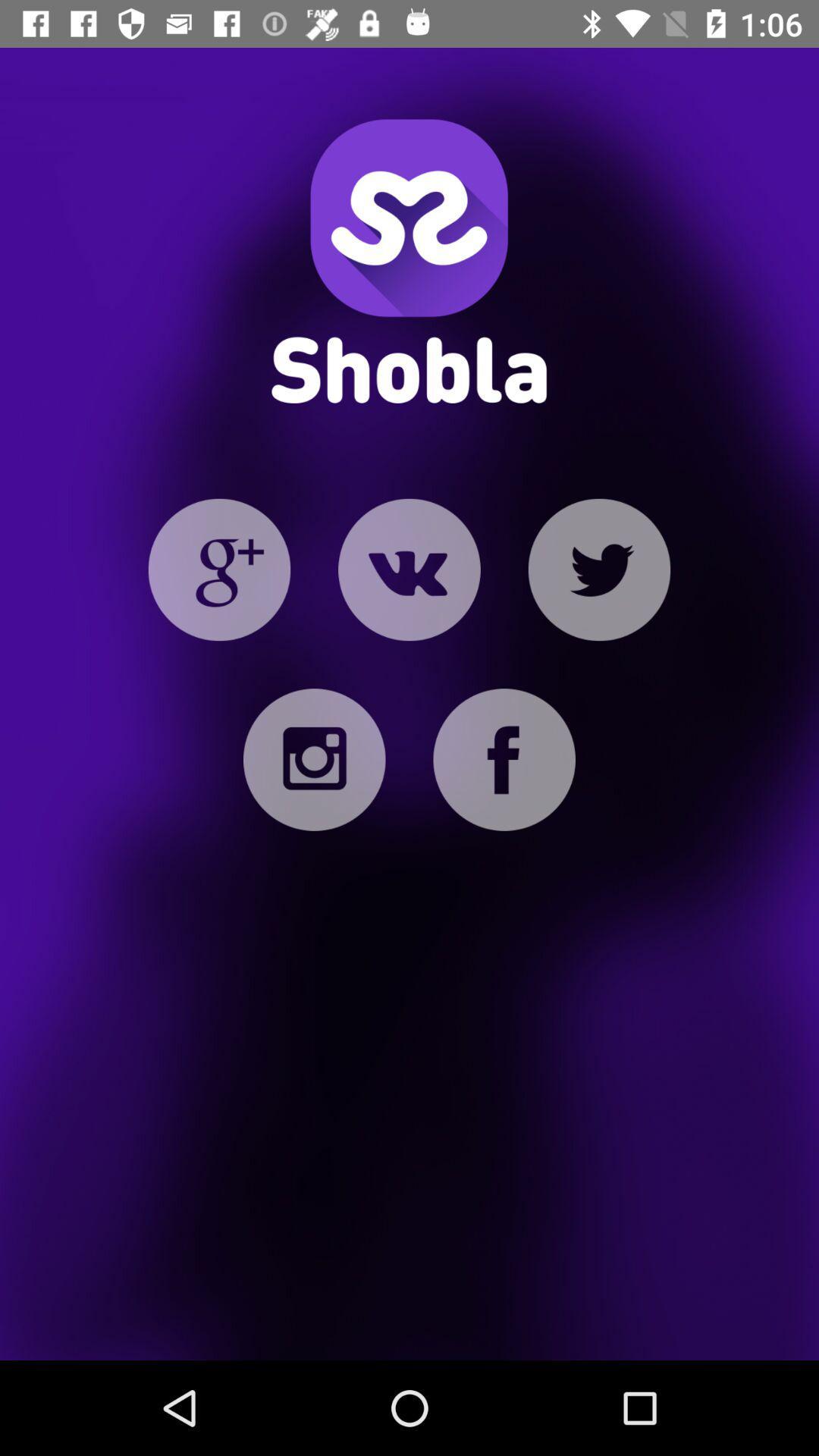 The height and width of the screenshot is (1456, 819). What do you see at coordinates (598, 569) in the screenshot?
I see `the twitter option` at bounding box center [598, 569].